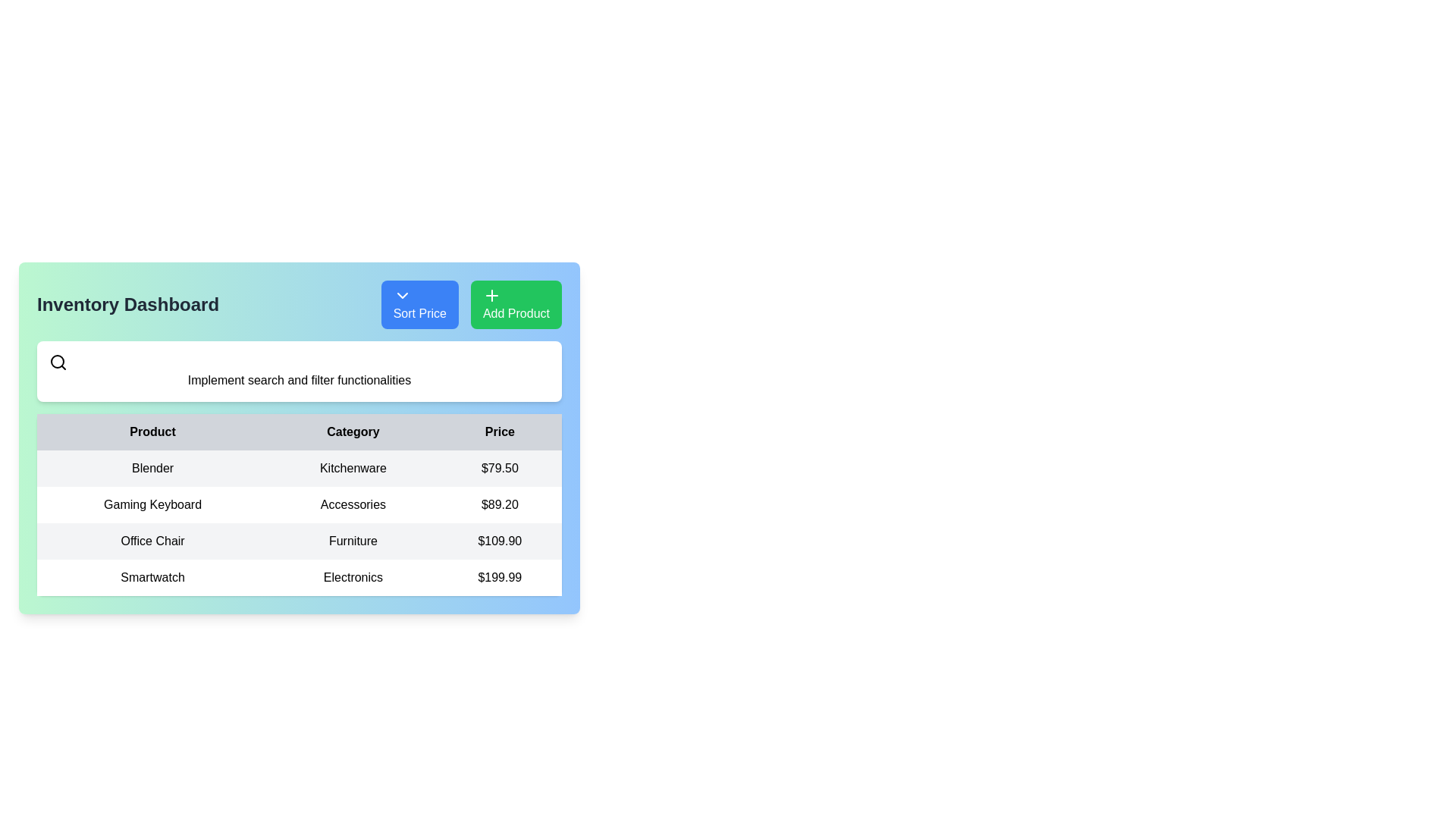 Image resolution: width=1456 pixels, height=819 pixels. Describe the element at coordinates (491, 295) in the screenshot. I see `the addition icon located in the top-right corner of the 'Add Product' button` at that location.